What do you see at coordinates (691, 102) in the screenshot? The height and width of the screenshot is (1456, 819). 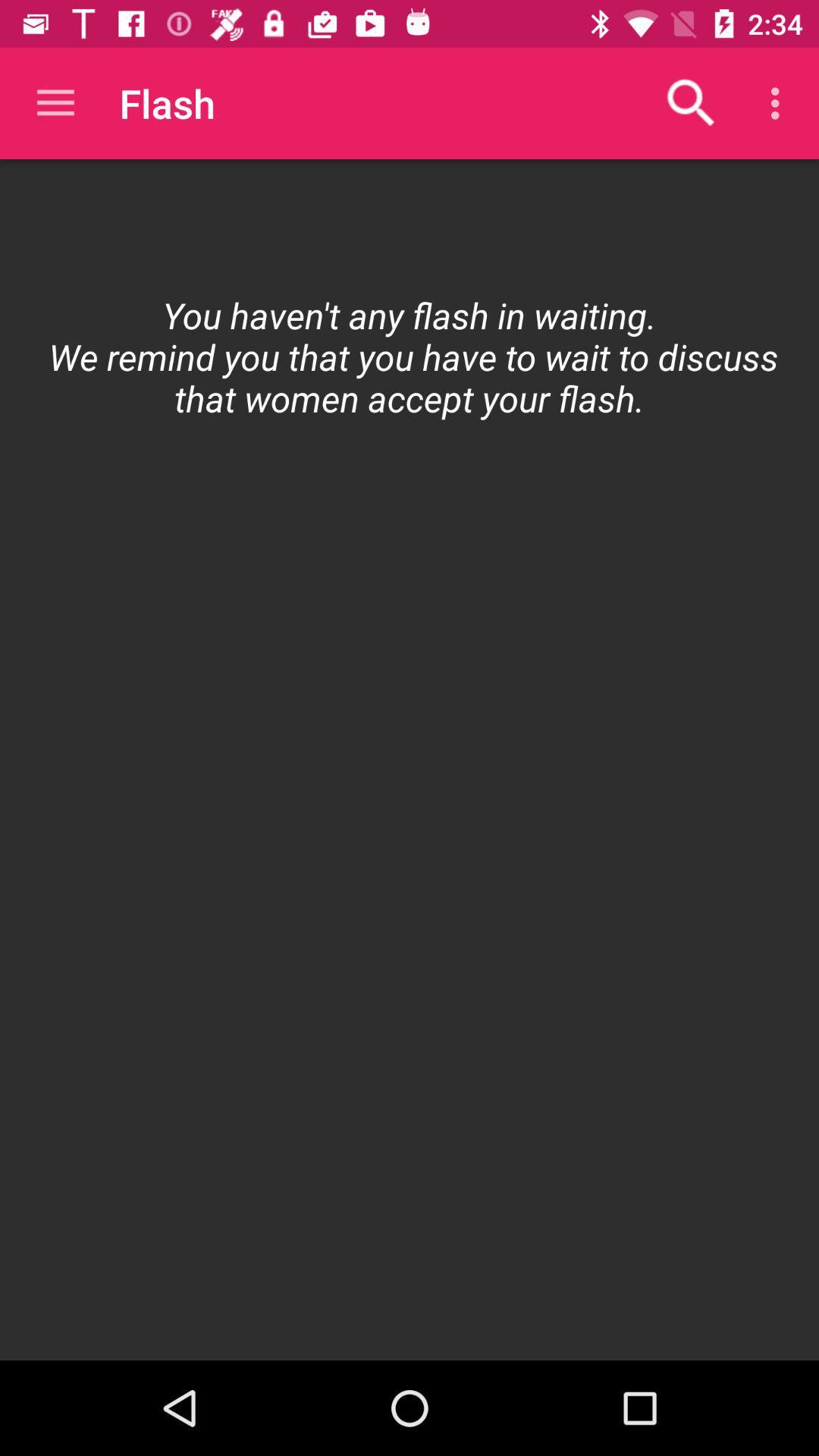 I see `the icon to the right of the flash item` at bounding box center [691, 102].